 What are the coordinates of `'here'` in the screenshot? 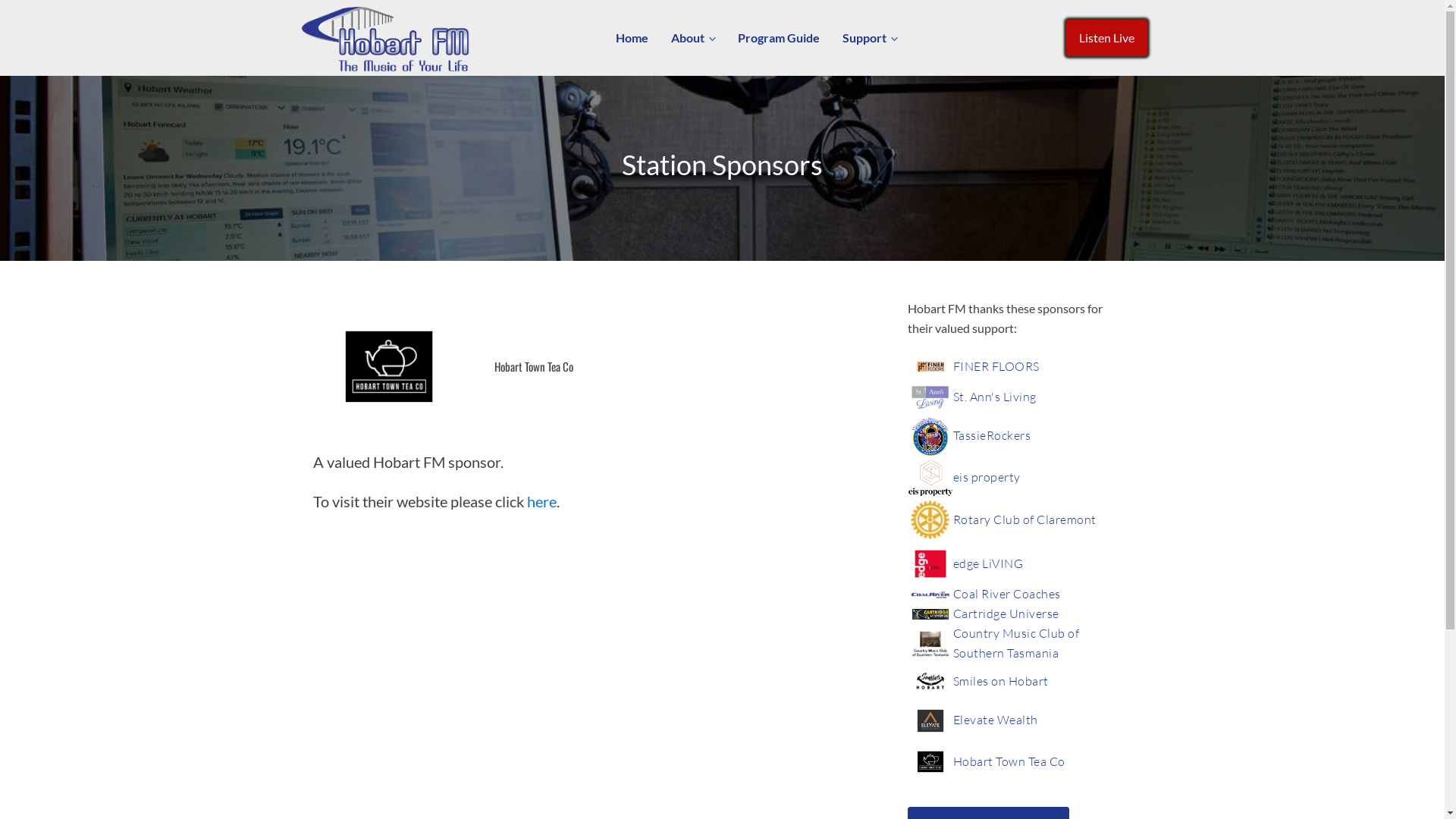 It's located at (526, 500).